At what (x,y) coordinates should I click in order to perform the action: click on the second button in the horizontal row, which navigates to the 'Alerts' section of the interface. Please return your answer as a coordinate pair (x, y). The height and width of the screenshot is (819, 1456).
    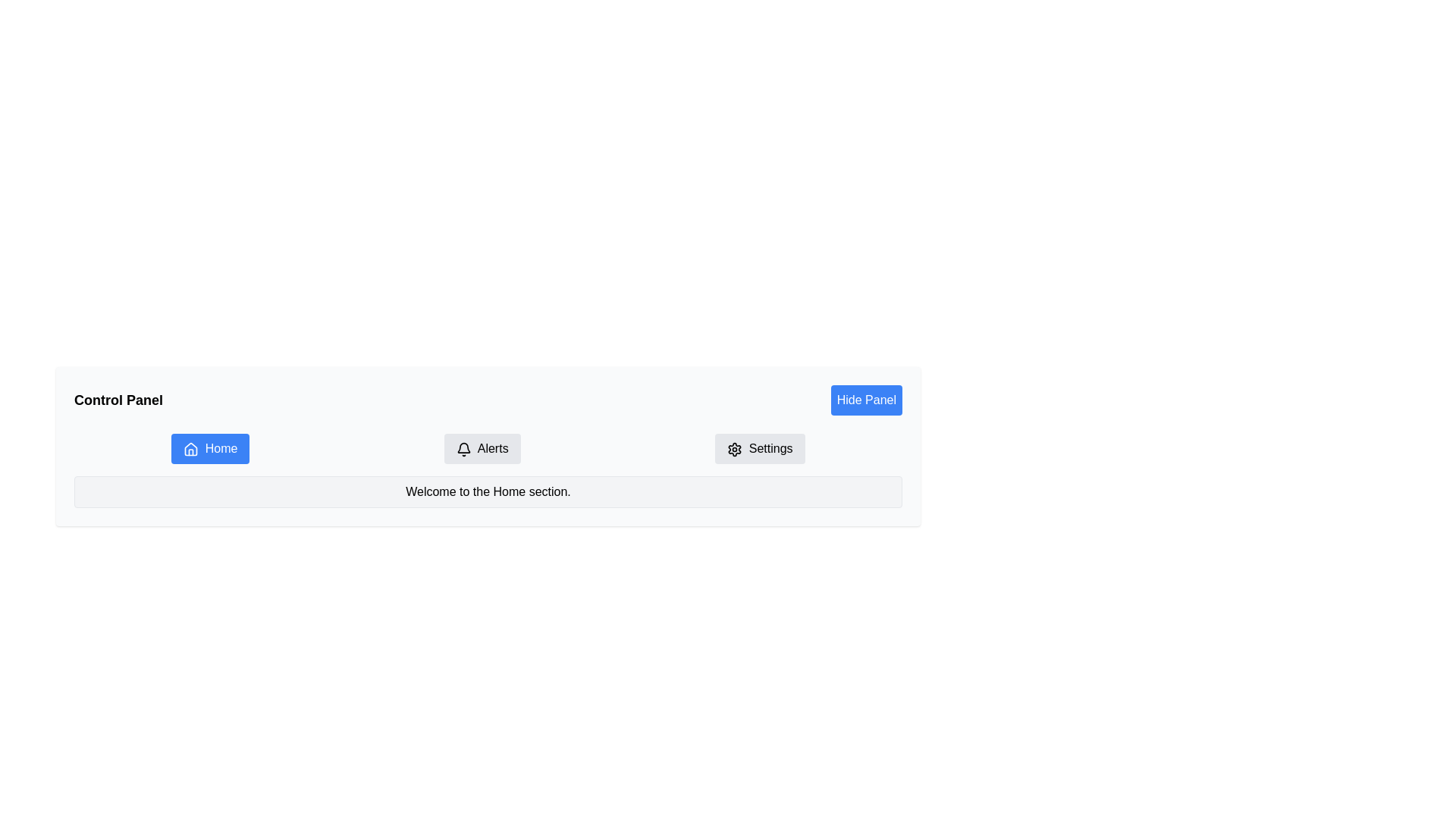
    Looking at the image, I should click on (482, 447).